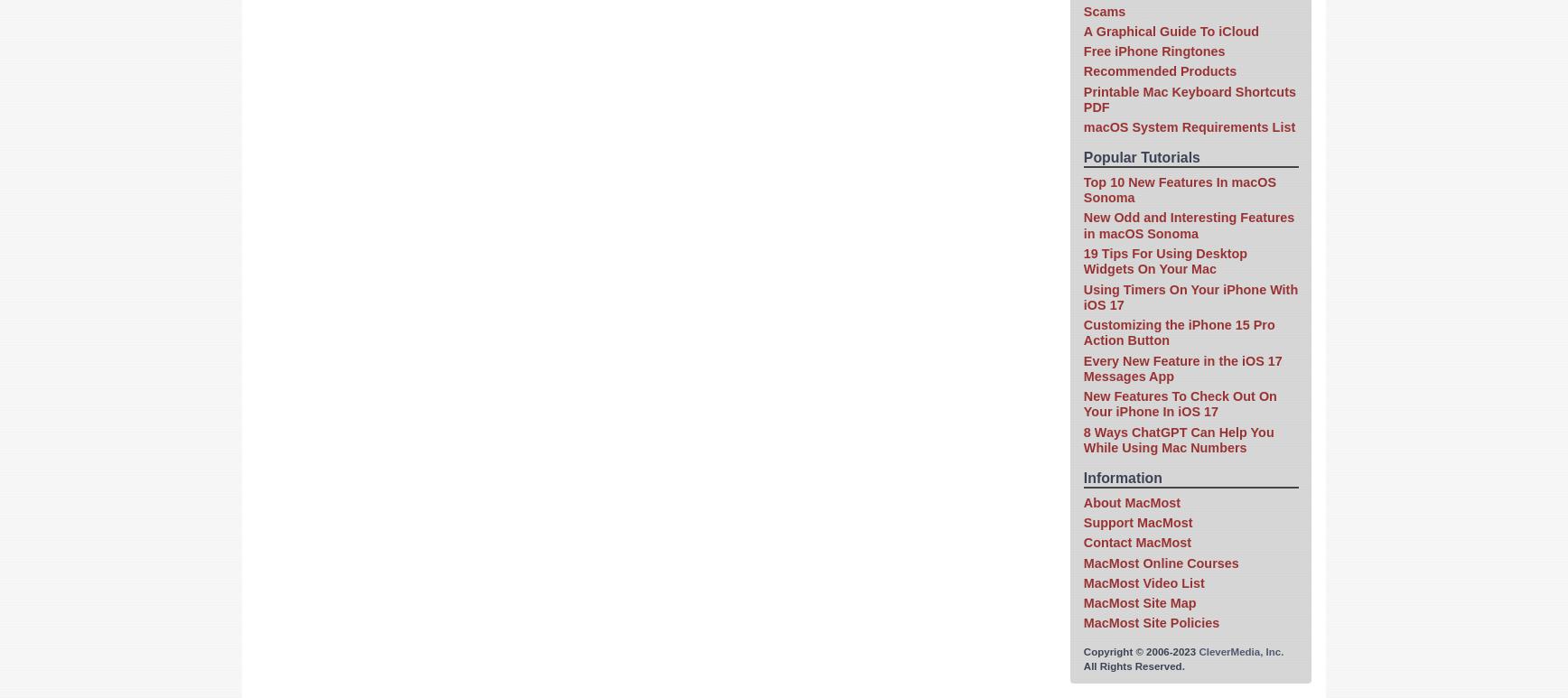 The image size is (1568, 698). What do you see at coordinates (1189, 98) in the screenshot?
I see `'Printable Mac Keyboard Shortcuts PDF'` at bounding box center [1189, 98].